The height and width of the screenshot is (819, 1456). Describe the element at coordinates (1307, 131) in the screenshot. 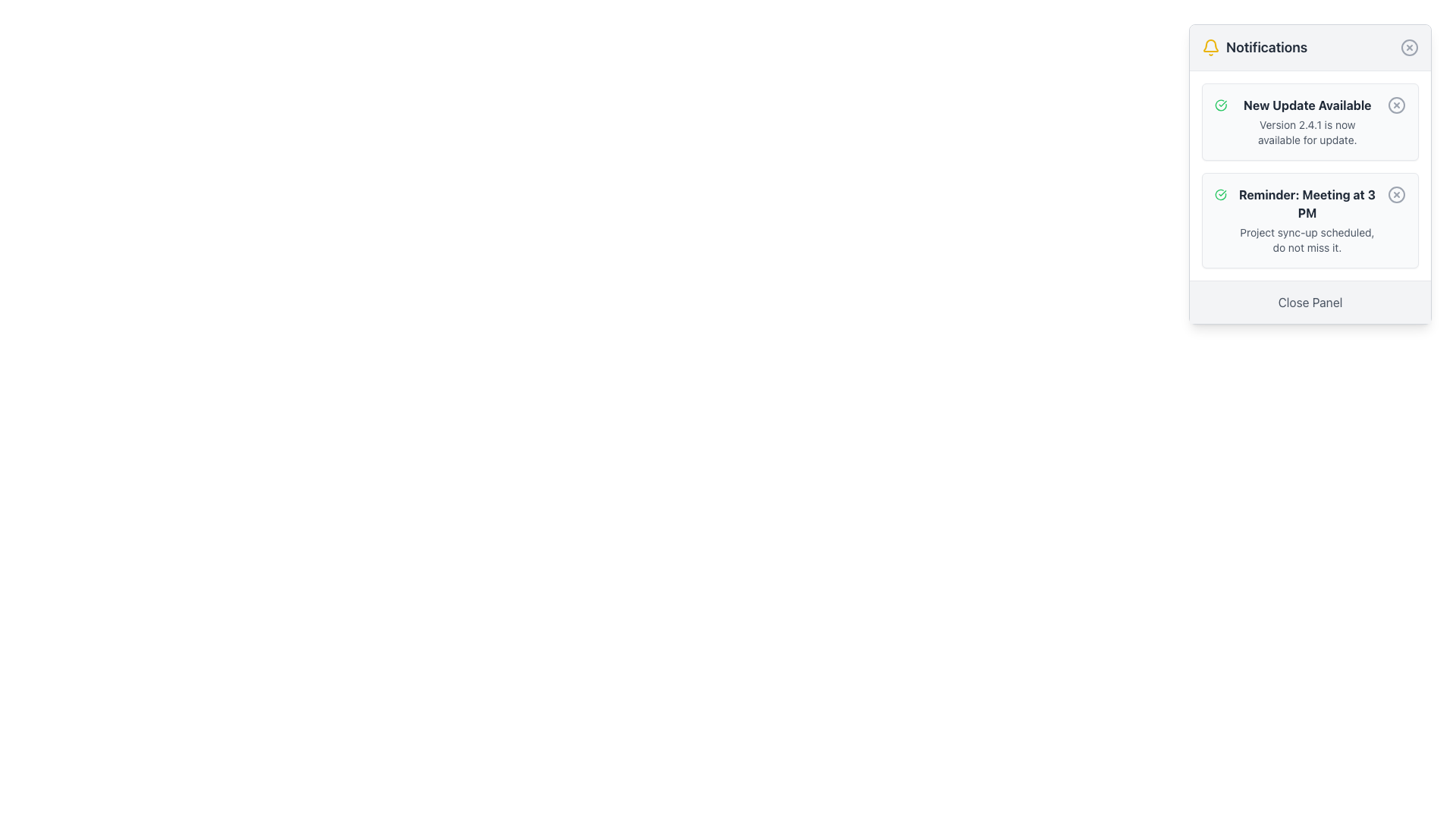

I see `the text label that reads 'Version 2.4.1 is now available for update.' located under the heading 'New Update Available' in the notification card on the top-right corner` at that location.